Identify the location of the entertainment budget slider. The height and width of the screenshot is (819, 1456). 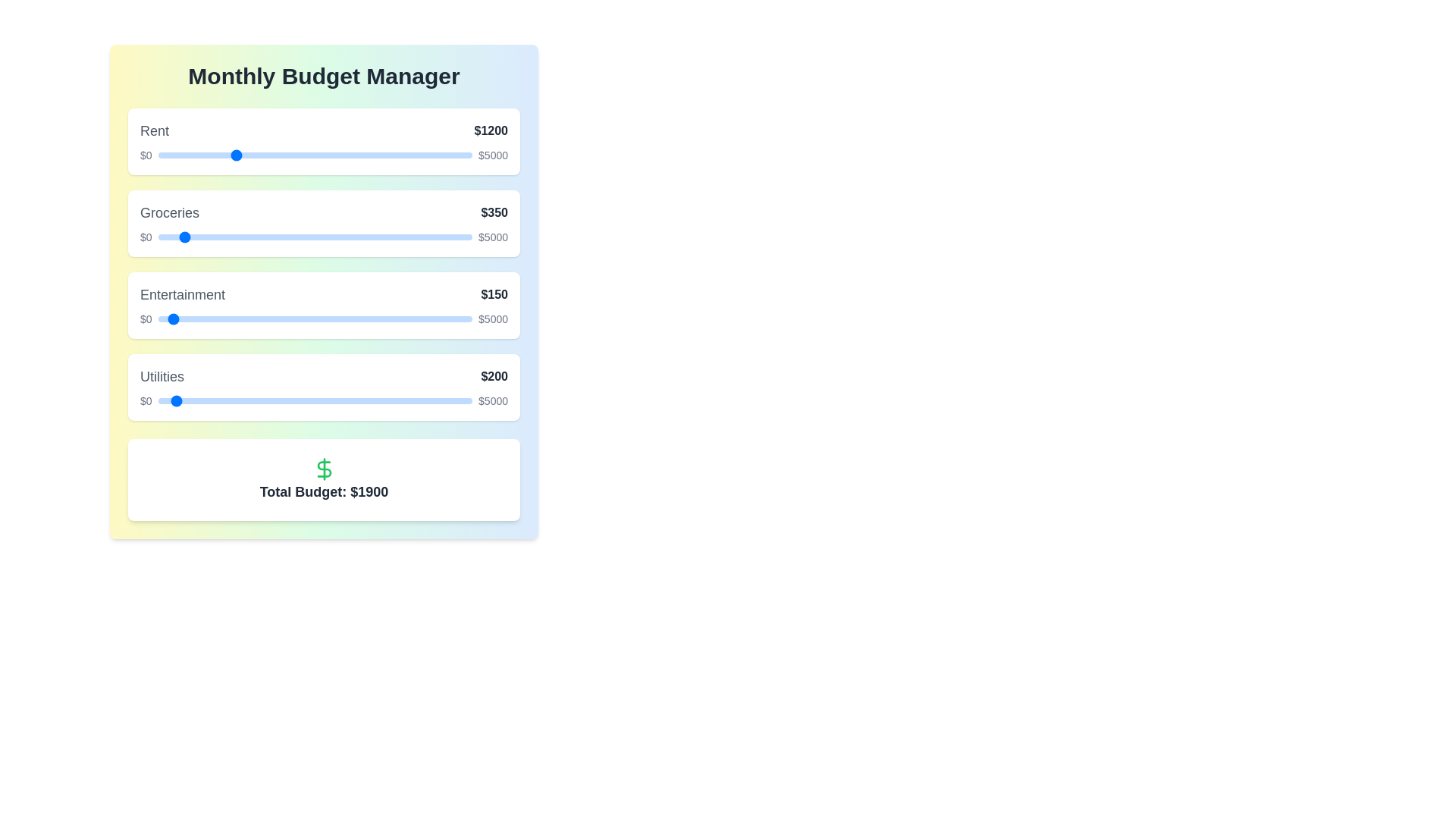
(253, 318).